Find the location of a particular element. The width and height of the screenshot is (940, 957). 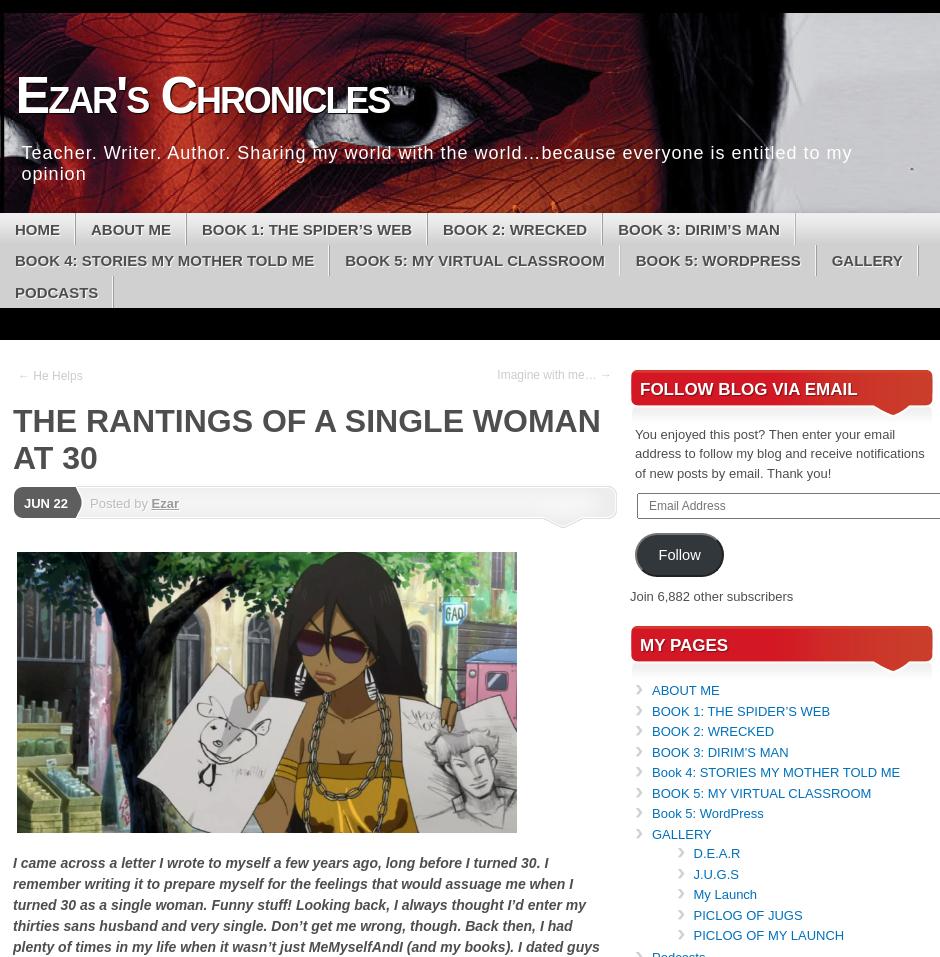

'Jun 22' is located at coordinates (44, 503).